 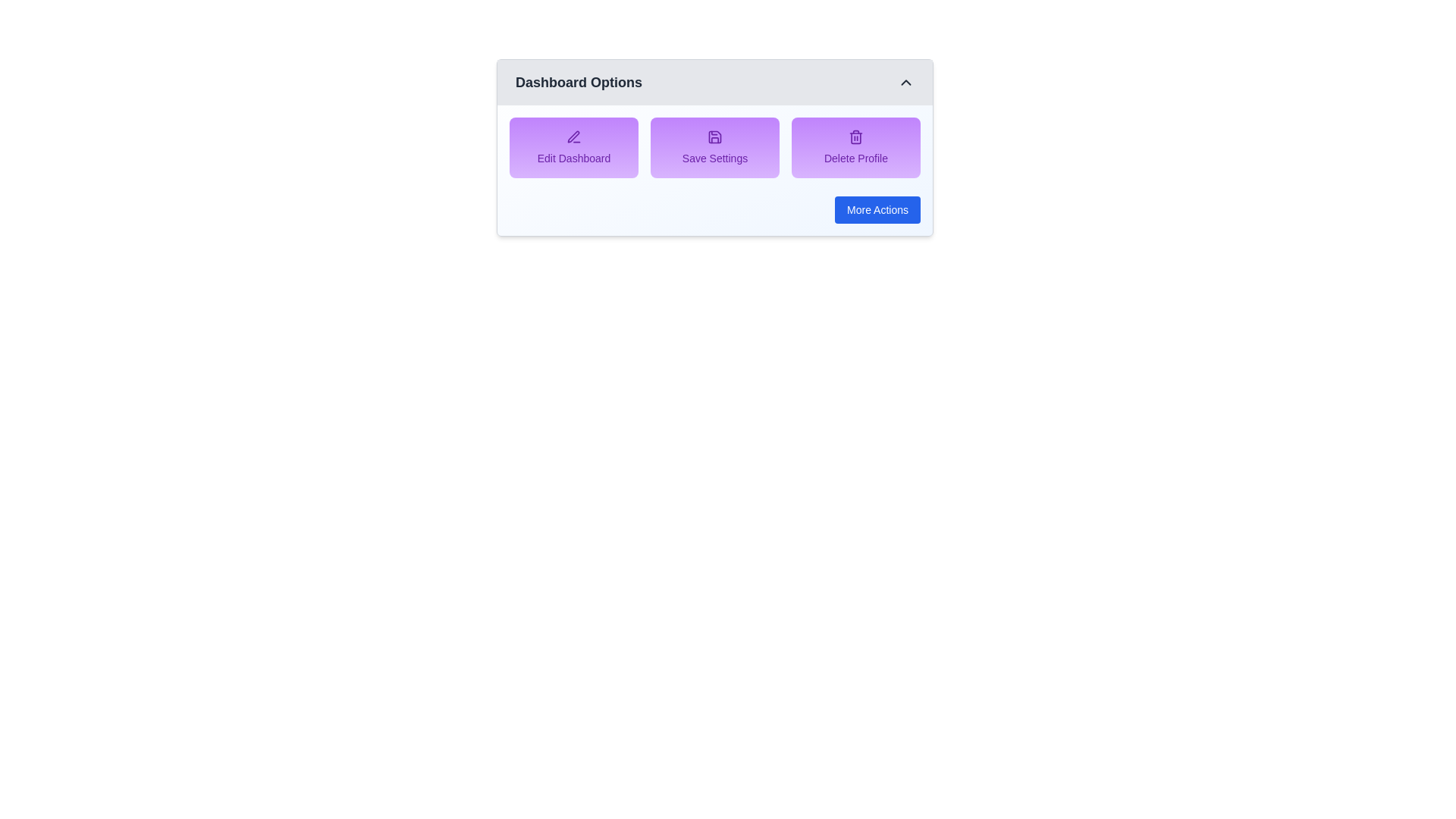 What do you see at coordinates (877, 210) in the screenshot?
I see `the 'More Actions' button to trigger its associated functionality` at bounding box center [877, 210].